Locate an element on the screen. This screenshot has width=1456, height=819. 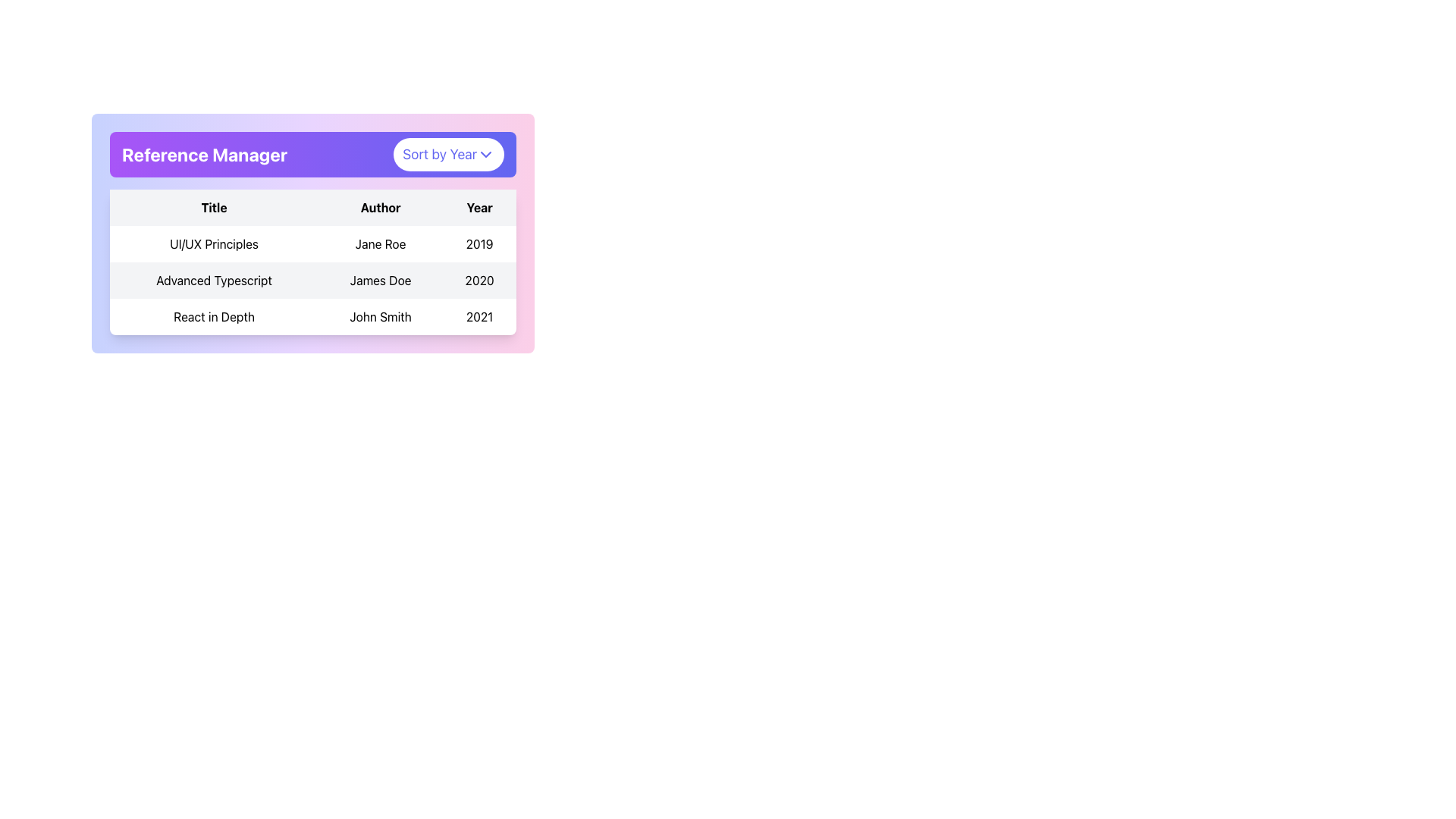
the 'Author' column header label in the table, which is located between 'Title' and 'Year' in the 'Reference Manager' section is located at coordinates (381, 207).